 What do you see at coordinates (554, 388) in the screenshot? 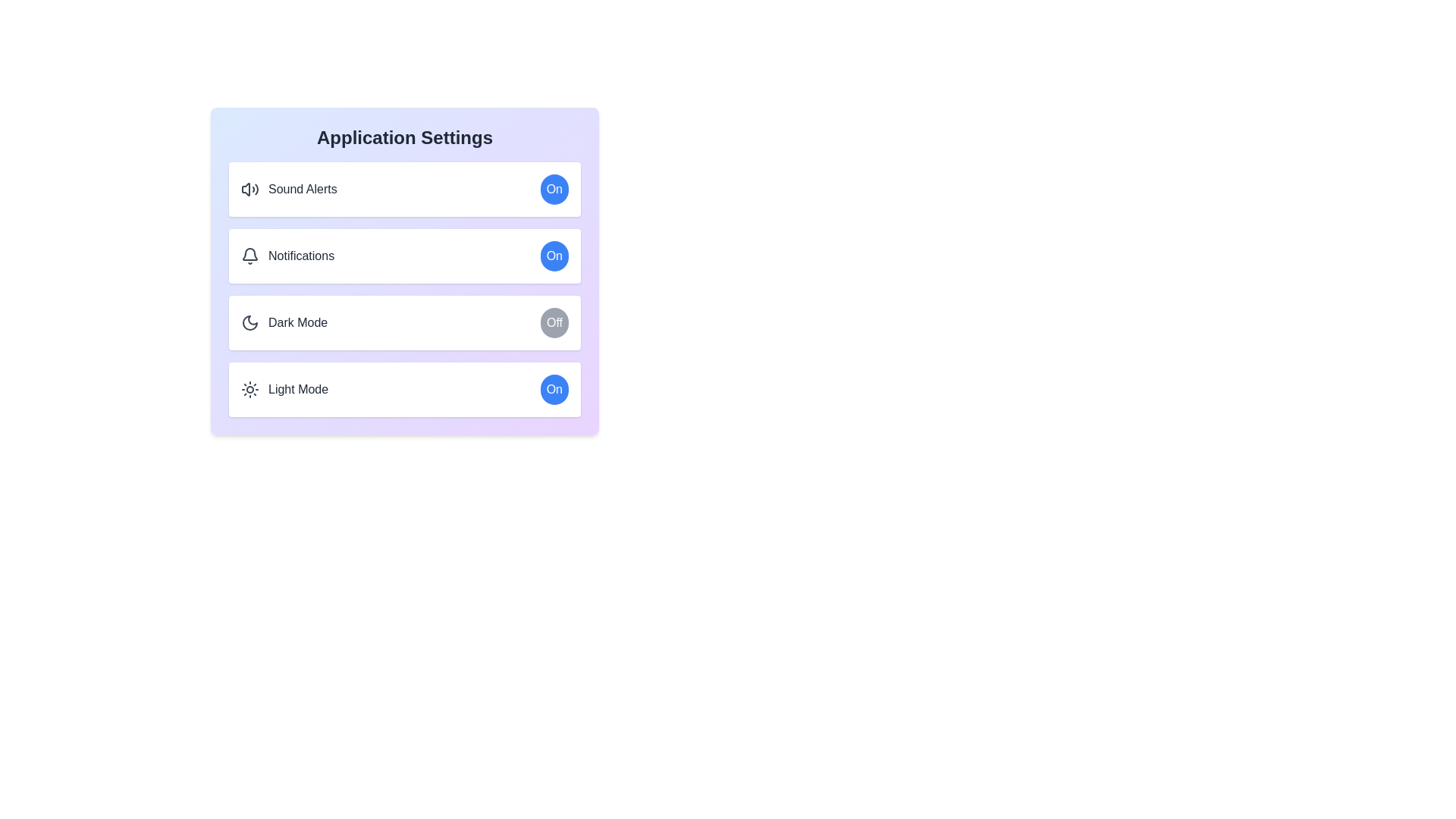
I see `the 'Light Mode' toggle button located at the far right of the 'Light Mode' row in the settings menu` at bounding box center [554, 388].